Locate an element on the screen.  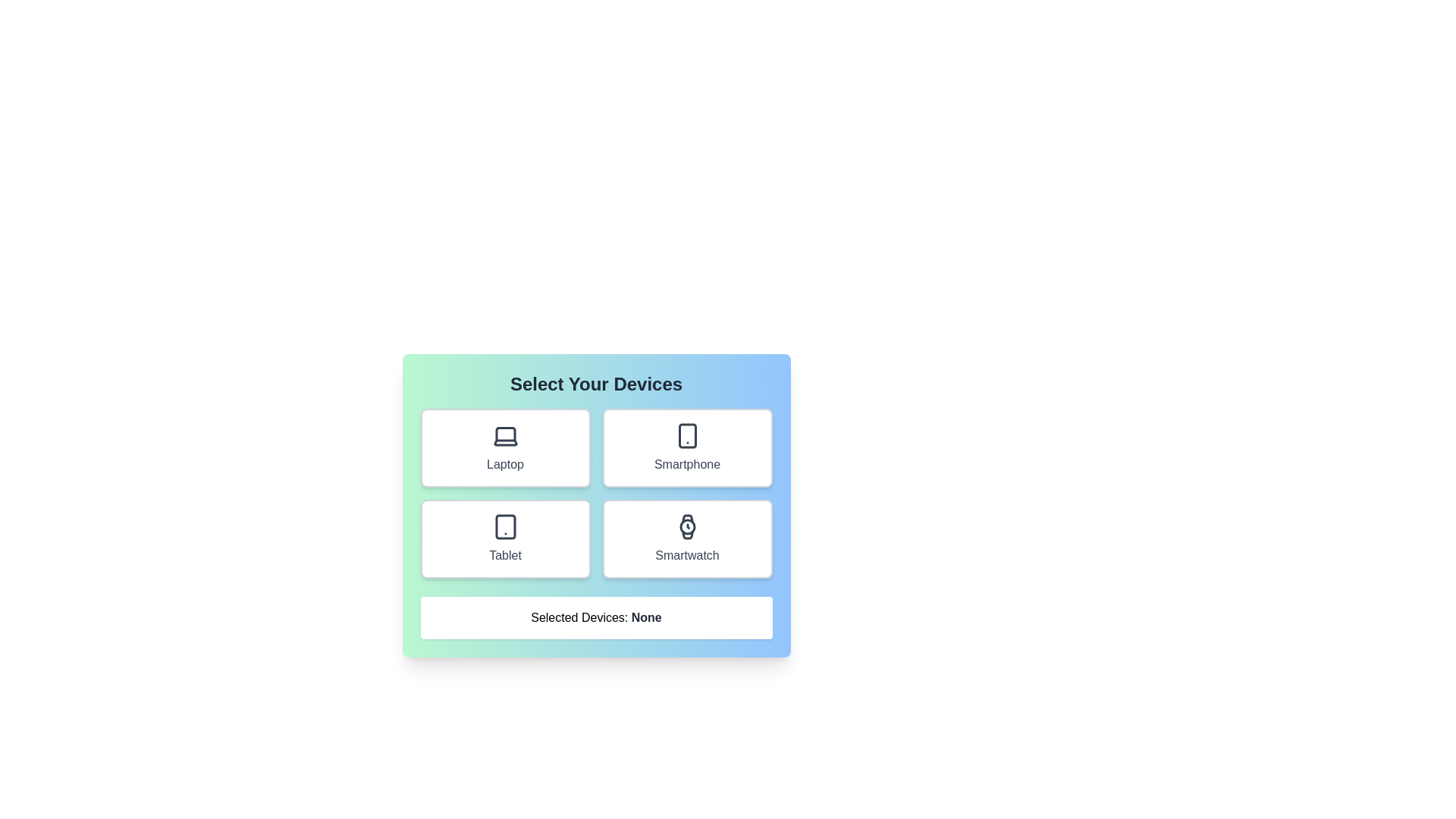
the Smartwatch button to toggle its selection is located at coordinates (686, 538).